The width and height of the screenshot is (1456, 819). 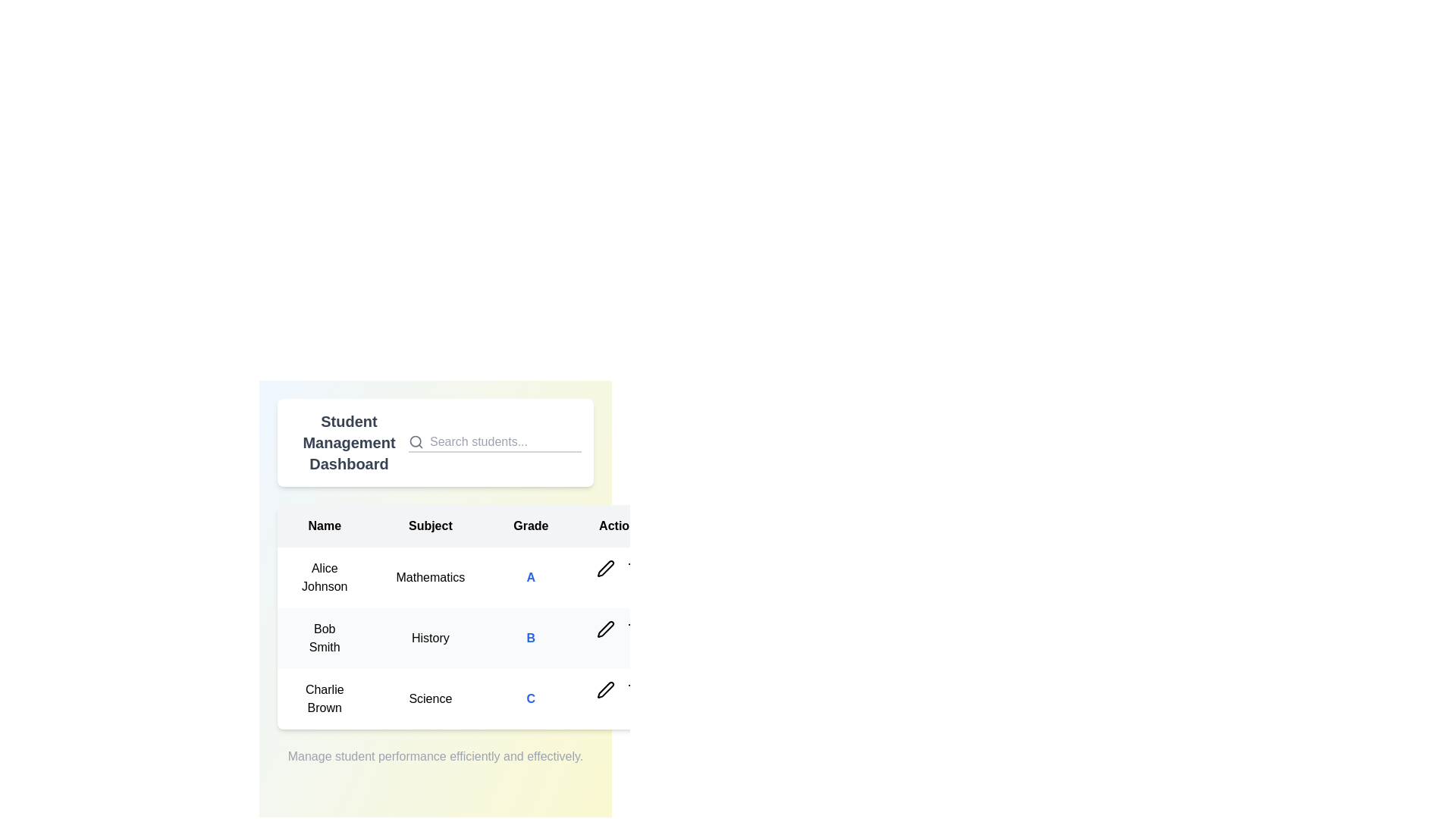 I want to click on the editable pencil icon in the Action control group for the student 'Alice Johnson', so click(x=621, y=568).